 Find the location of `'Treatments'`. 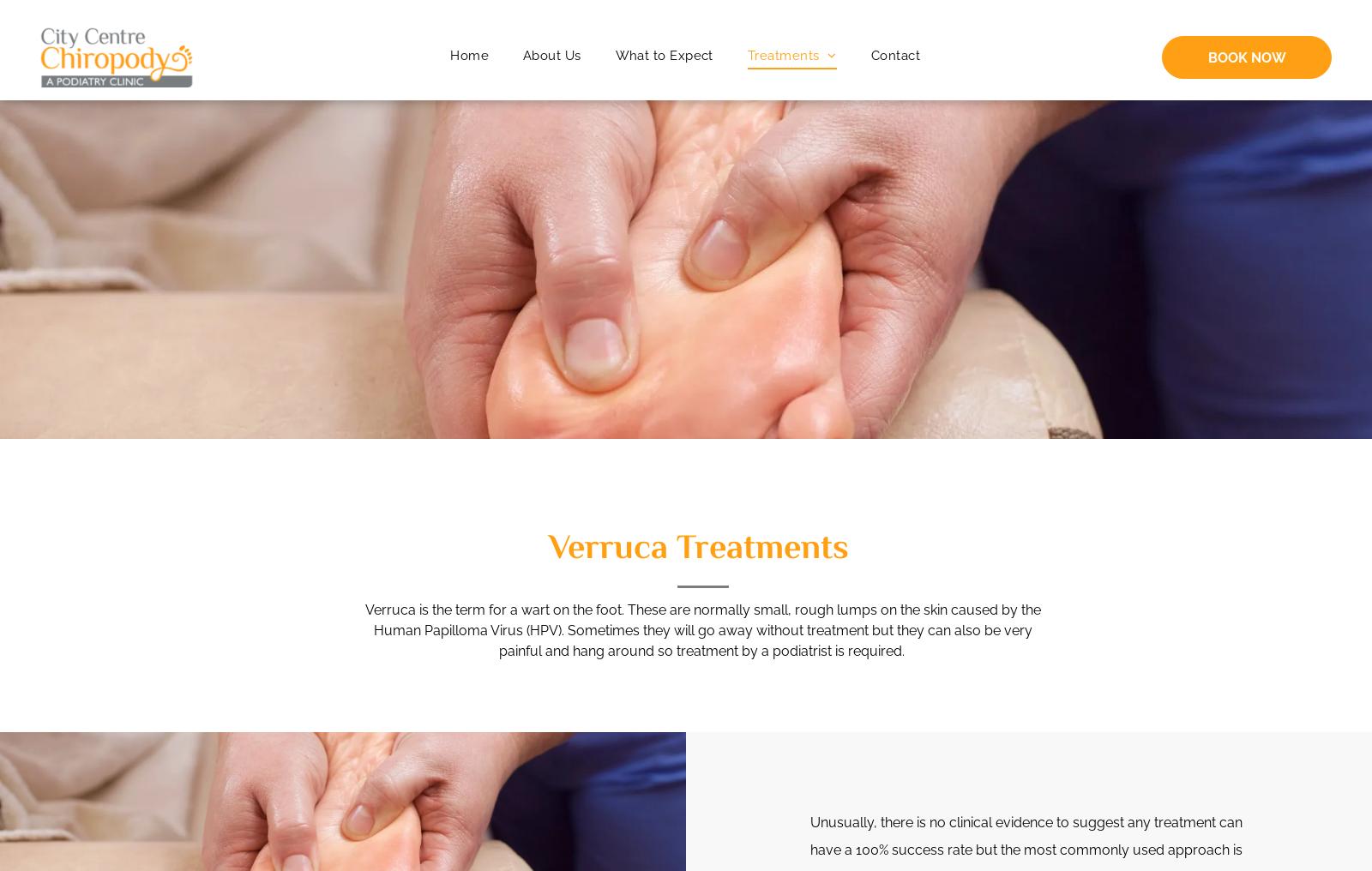

'Treatments' is located at coordinates (781, 55).